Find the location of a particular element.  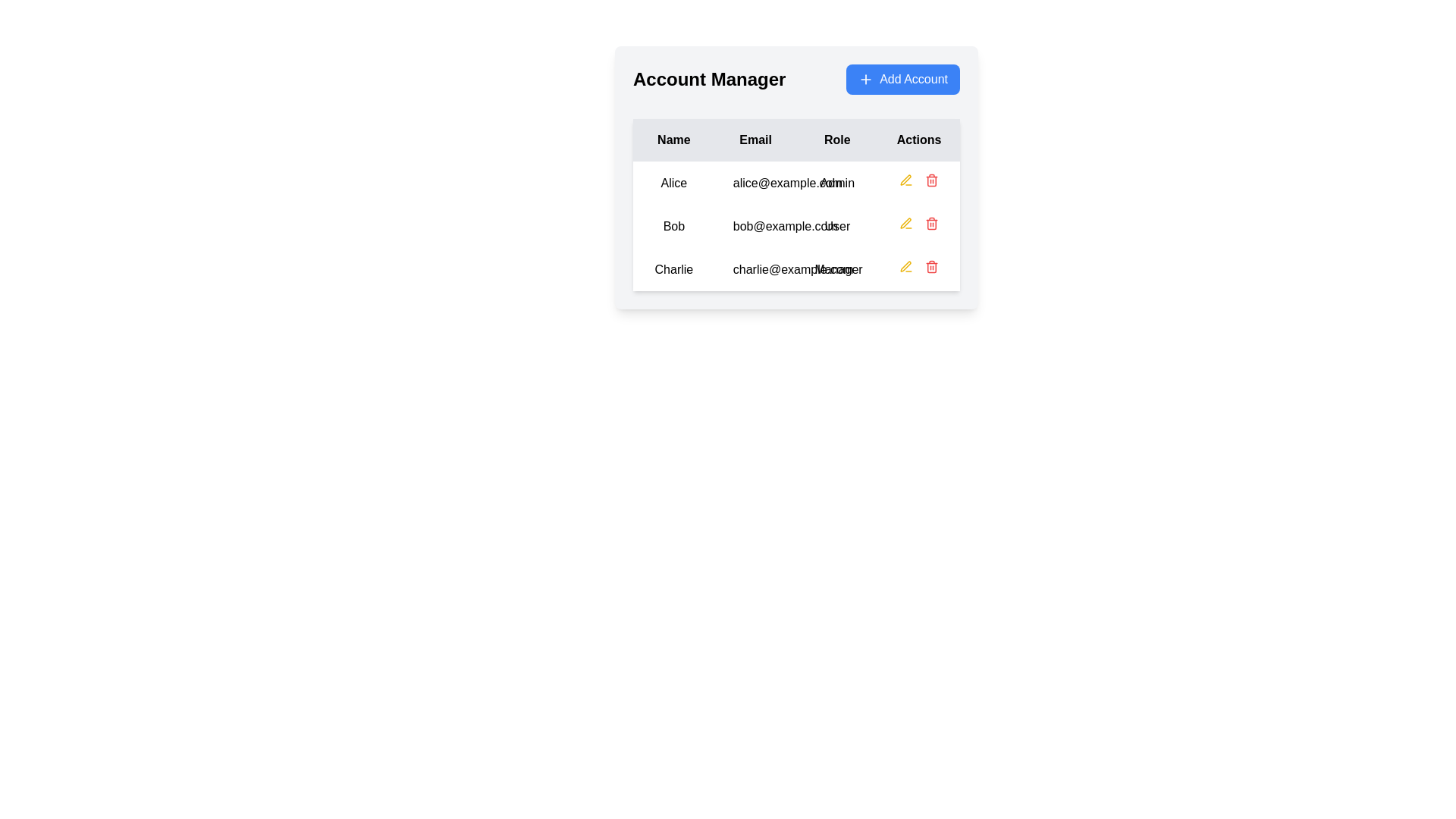

text label displaying 'bob@example.com' located in the 'Email' column of the table, aligned with the row containing 'Bob' under the 'Name' column is located at coordinates (755, 226).